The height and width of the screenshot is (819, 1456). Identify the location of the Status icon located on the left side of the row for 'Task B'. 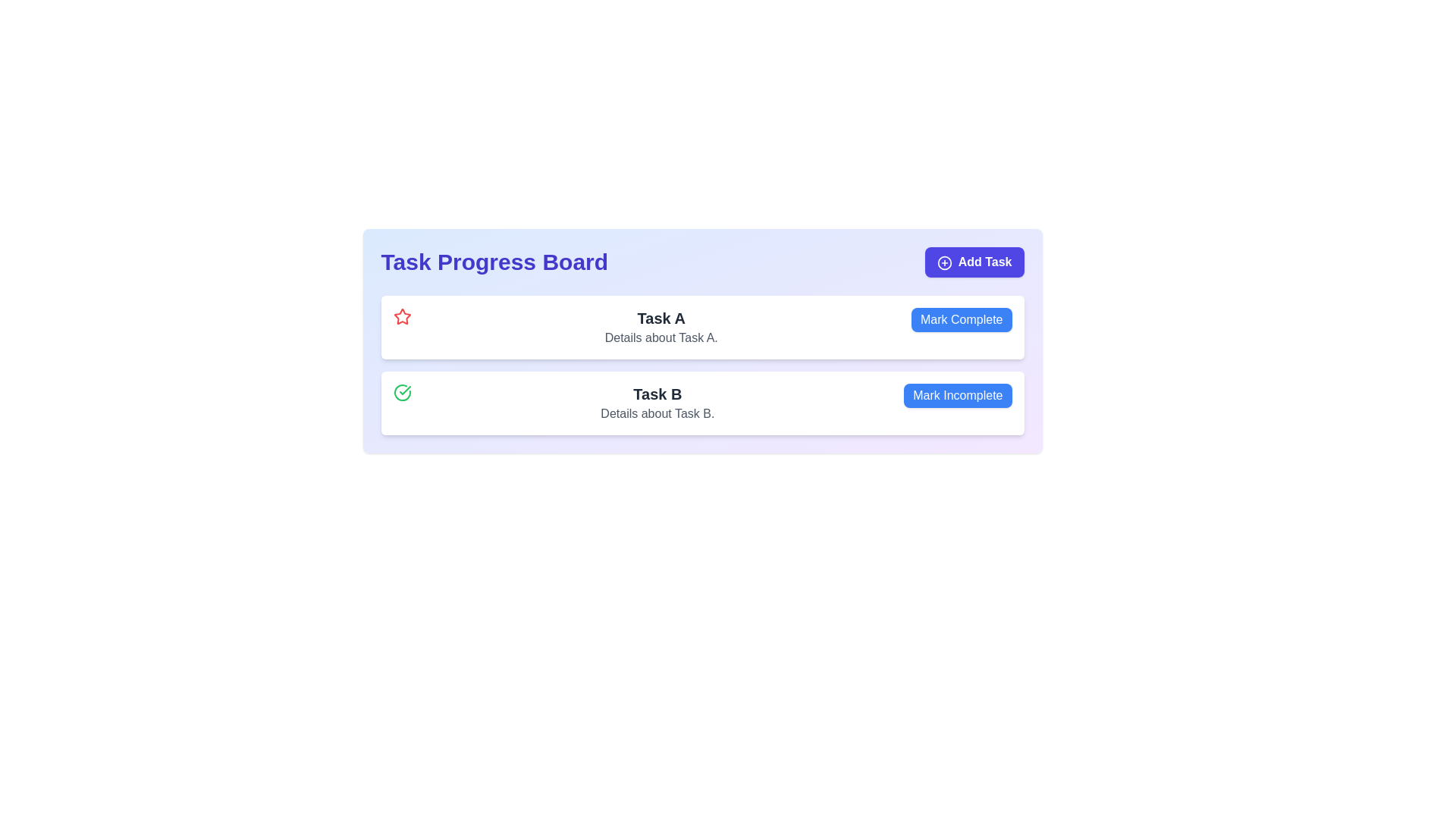
(402, 391).